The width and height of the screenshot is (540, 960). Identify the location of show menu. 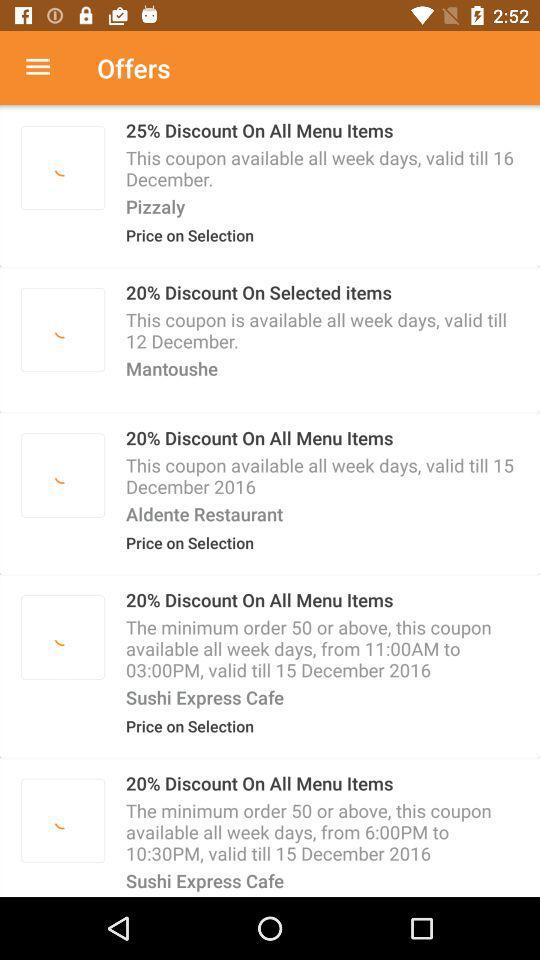
(48, 68).